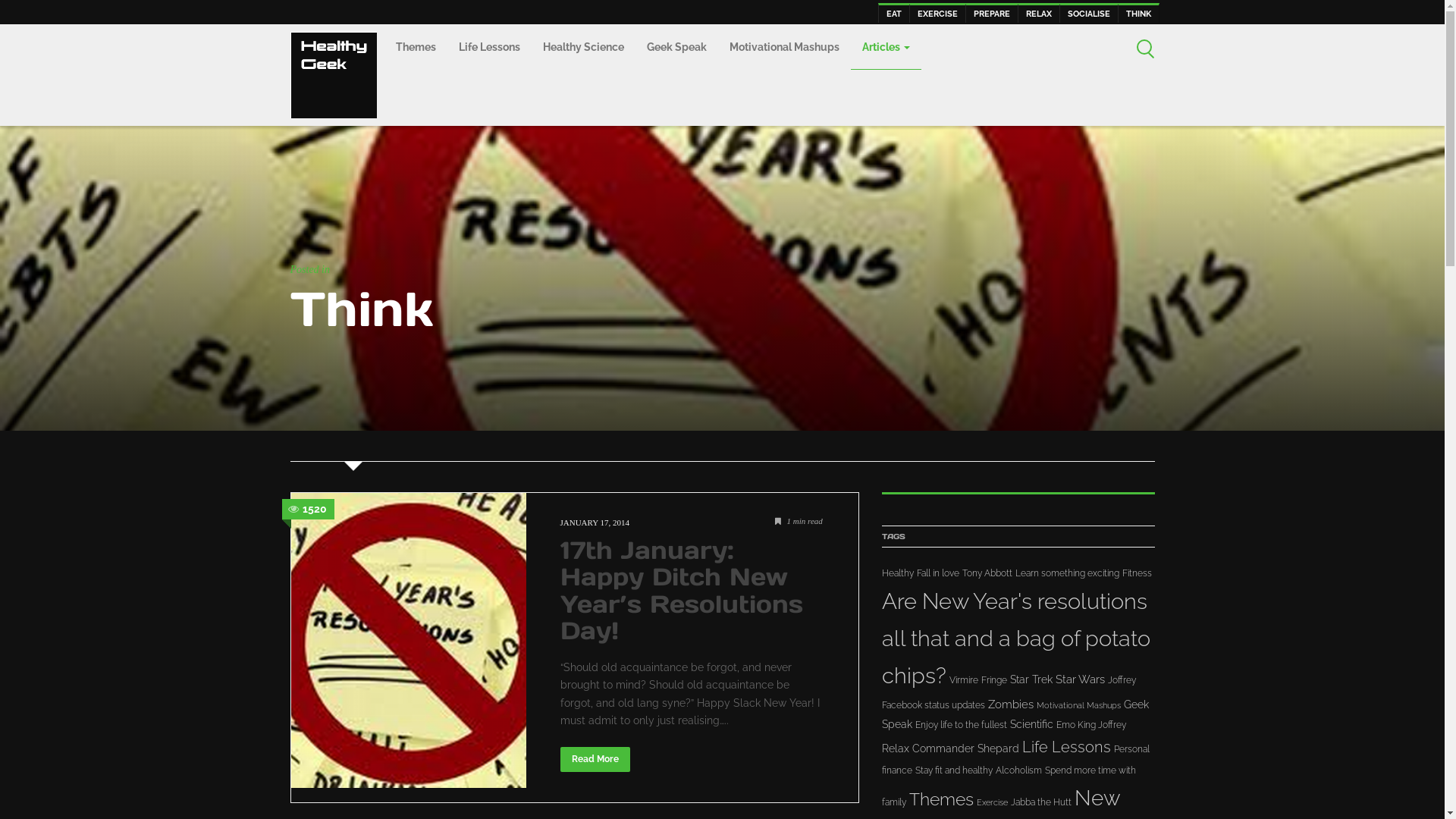 This screenshot has width=1456, height=819. What do you see at coordinates (910, 748) in the screenshot?
I see `'Commander Shepard'` at bounding box center [910, 748].